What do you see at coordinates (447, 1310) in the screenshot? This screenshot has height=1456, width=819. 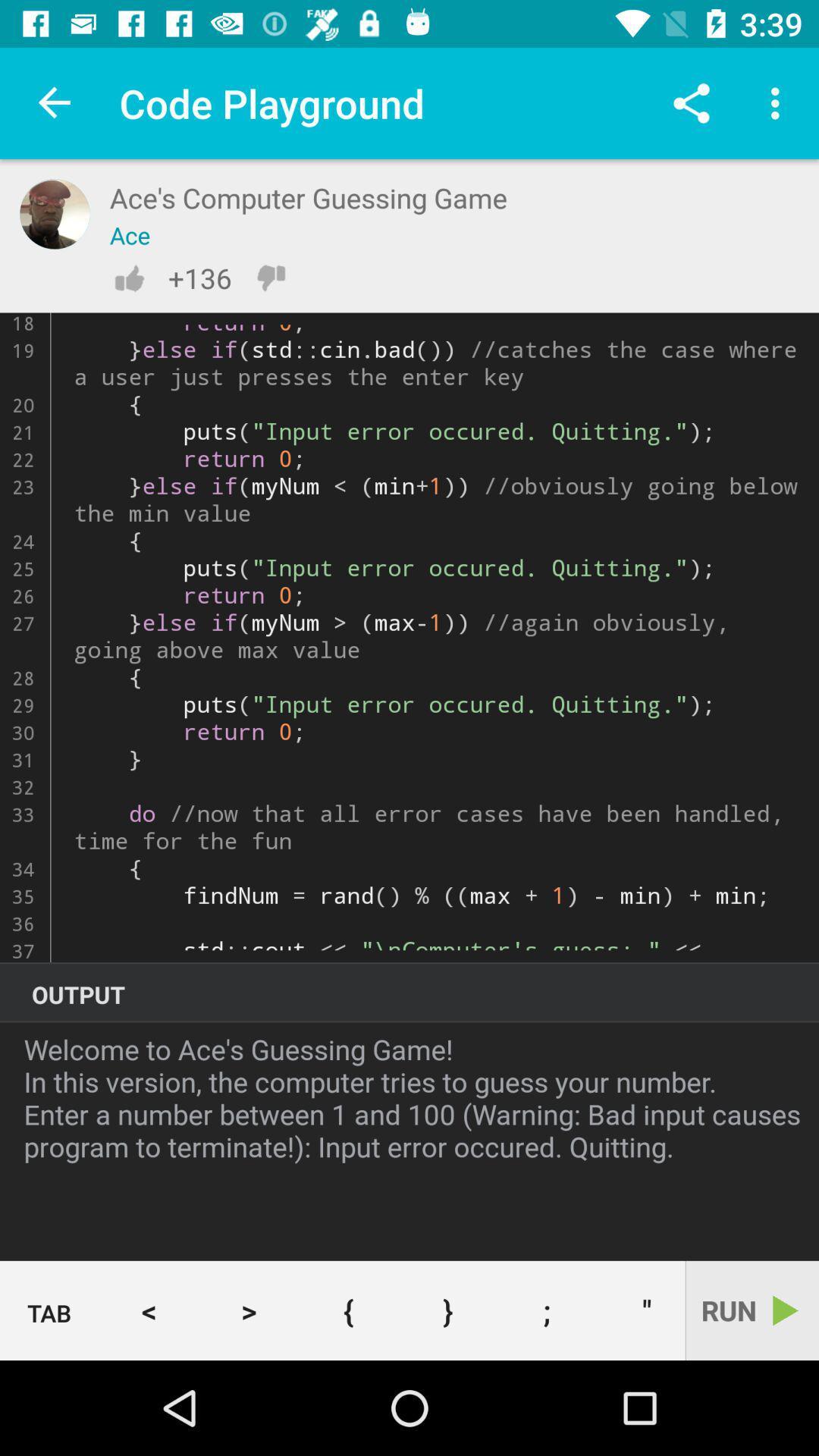 I see `the item to the right of the { item` at bounding box center [447, 1310].